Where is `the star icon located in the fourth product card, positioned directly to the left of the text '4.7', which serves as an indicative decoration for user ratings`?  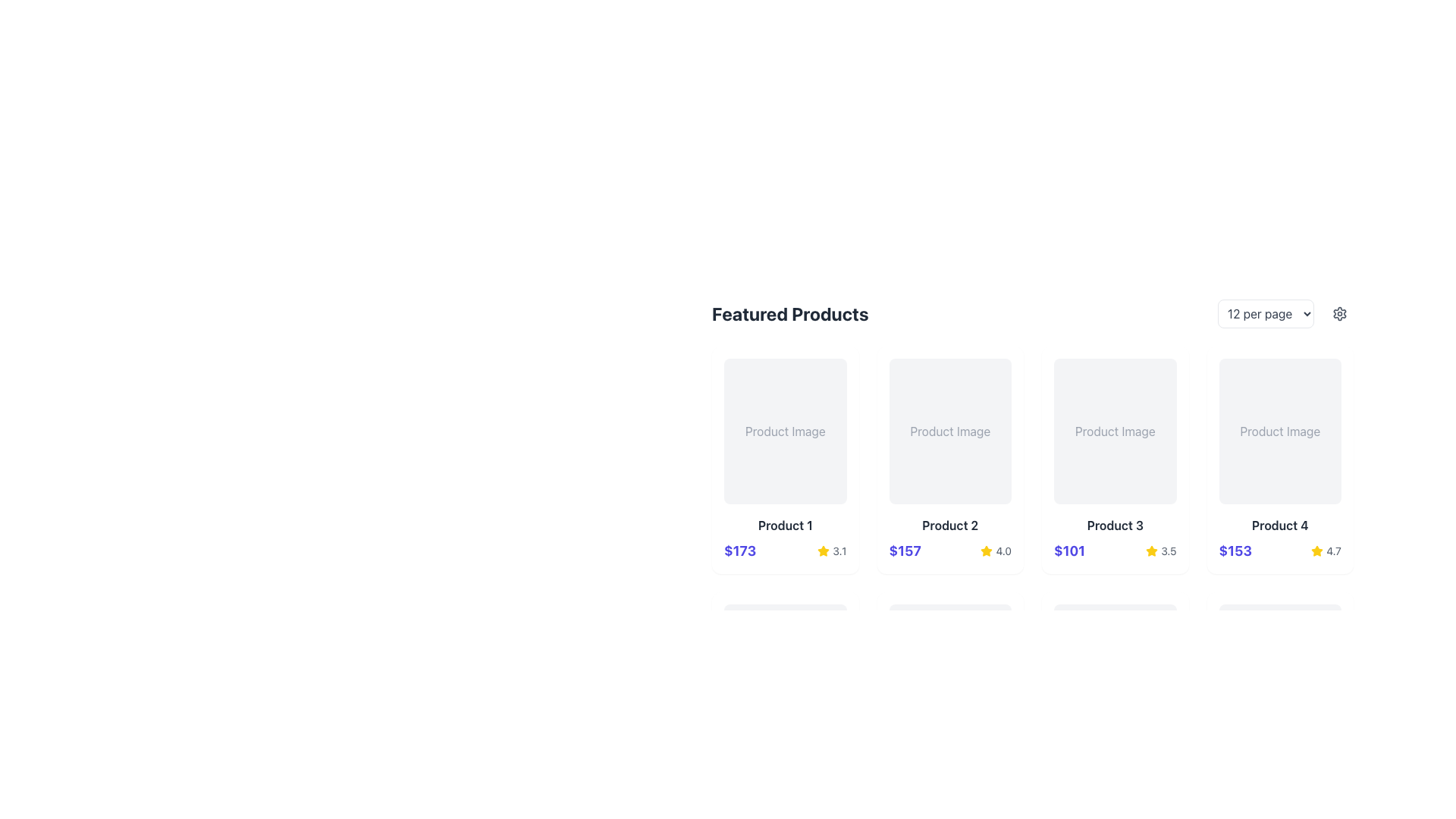 the star icon located in the fourth product card, positioned directly to the left of the text '4.7', which serves as an indicative decoration for user ratings is located at coordinates (1316, 551).